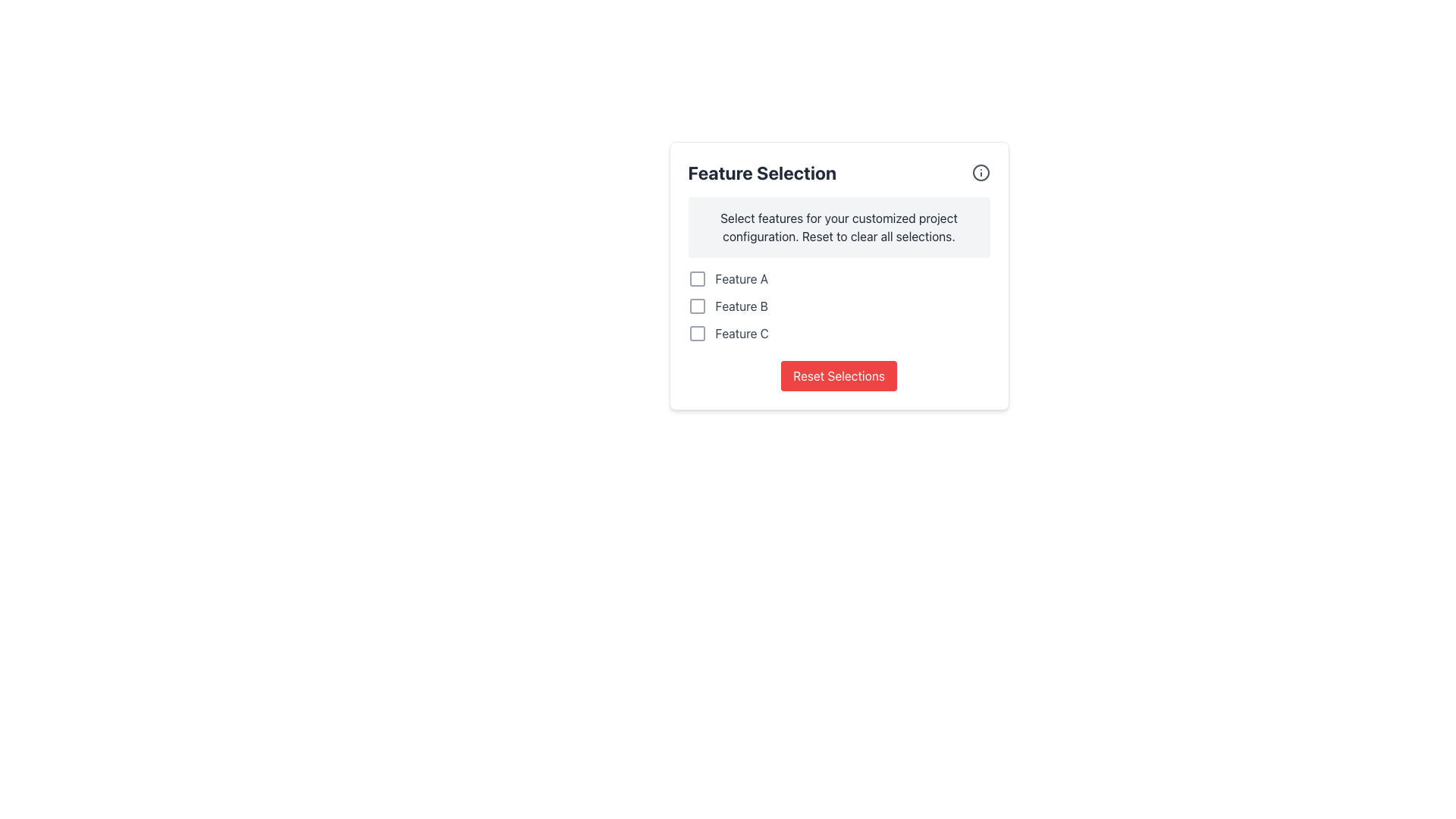  I want to click on the empty checkbox frame for 'Feature C' to trigger the tooltip or highlight effect, so click(696, 332).